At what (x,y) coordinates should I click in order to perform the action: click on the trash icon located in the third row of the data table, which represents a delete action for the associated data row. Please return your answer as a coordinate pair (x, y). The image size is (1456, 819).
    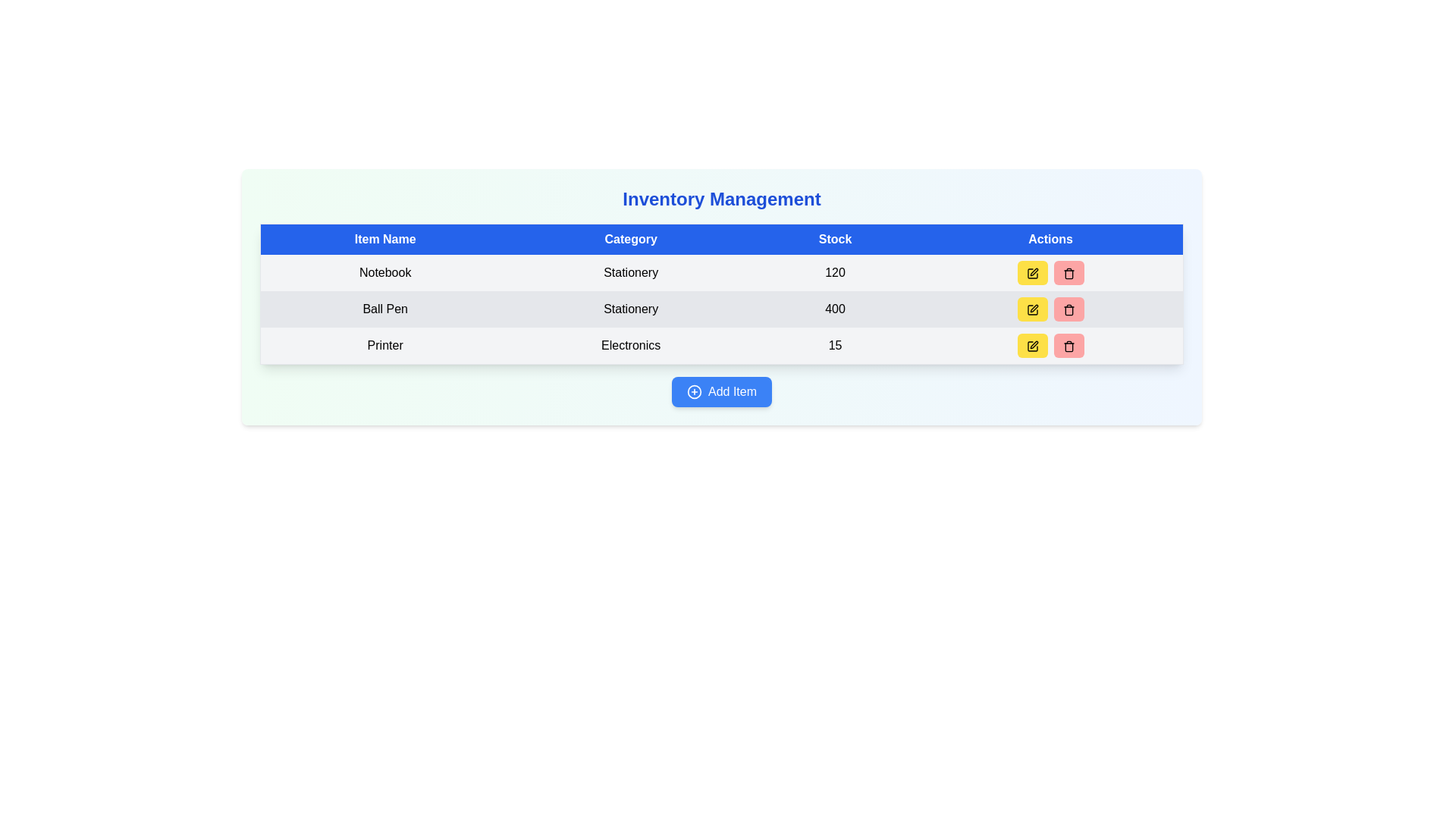
    Looking at the image, I should click on (1068, 310).